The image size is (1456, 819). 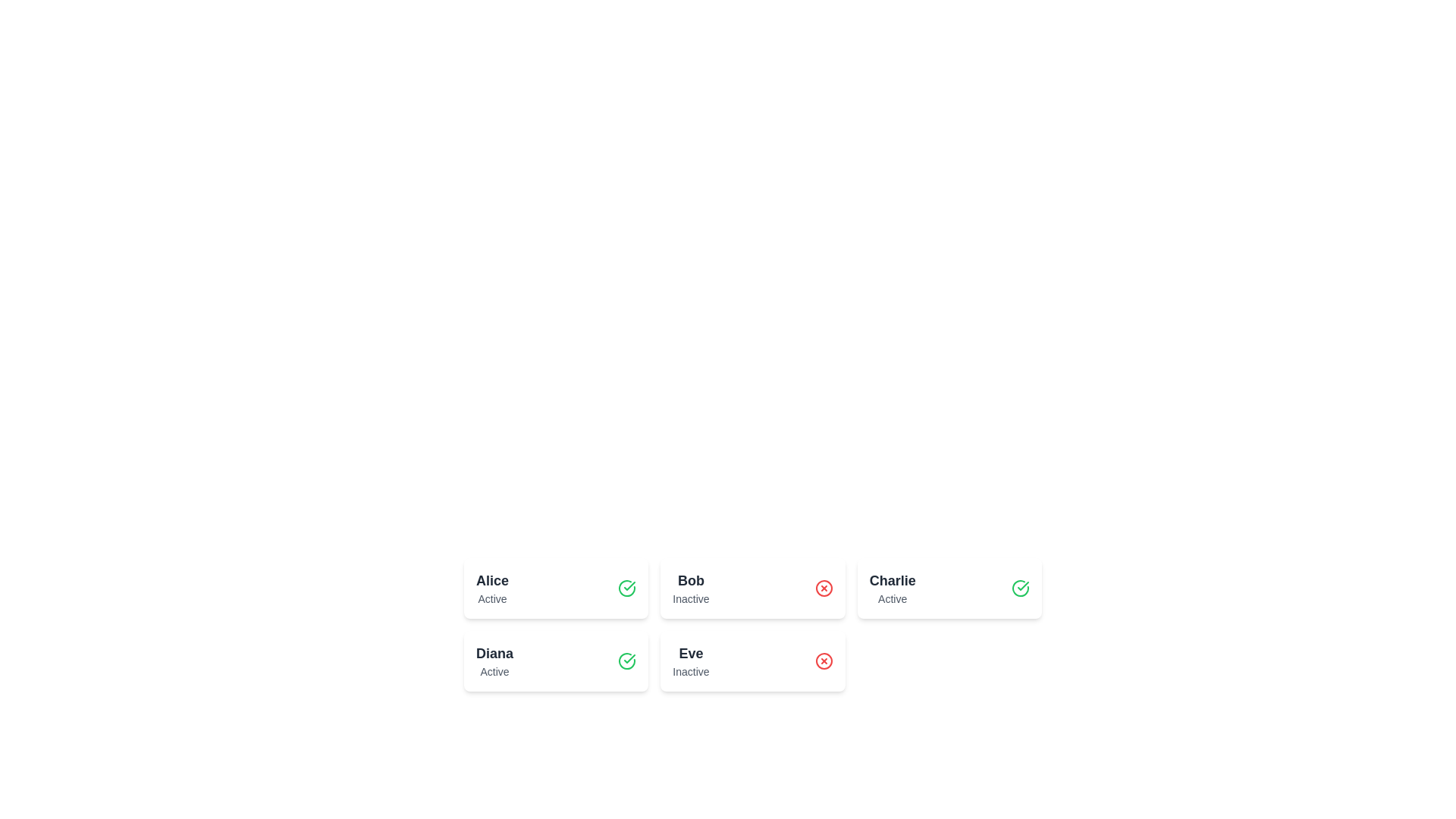 I want to click on the outermost arc of the green circular checkmark icon that indicates the active status of the entity labeled 'Diana', located at the bottom-left card, so click(x=627, y=587).